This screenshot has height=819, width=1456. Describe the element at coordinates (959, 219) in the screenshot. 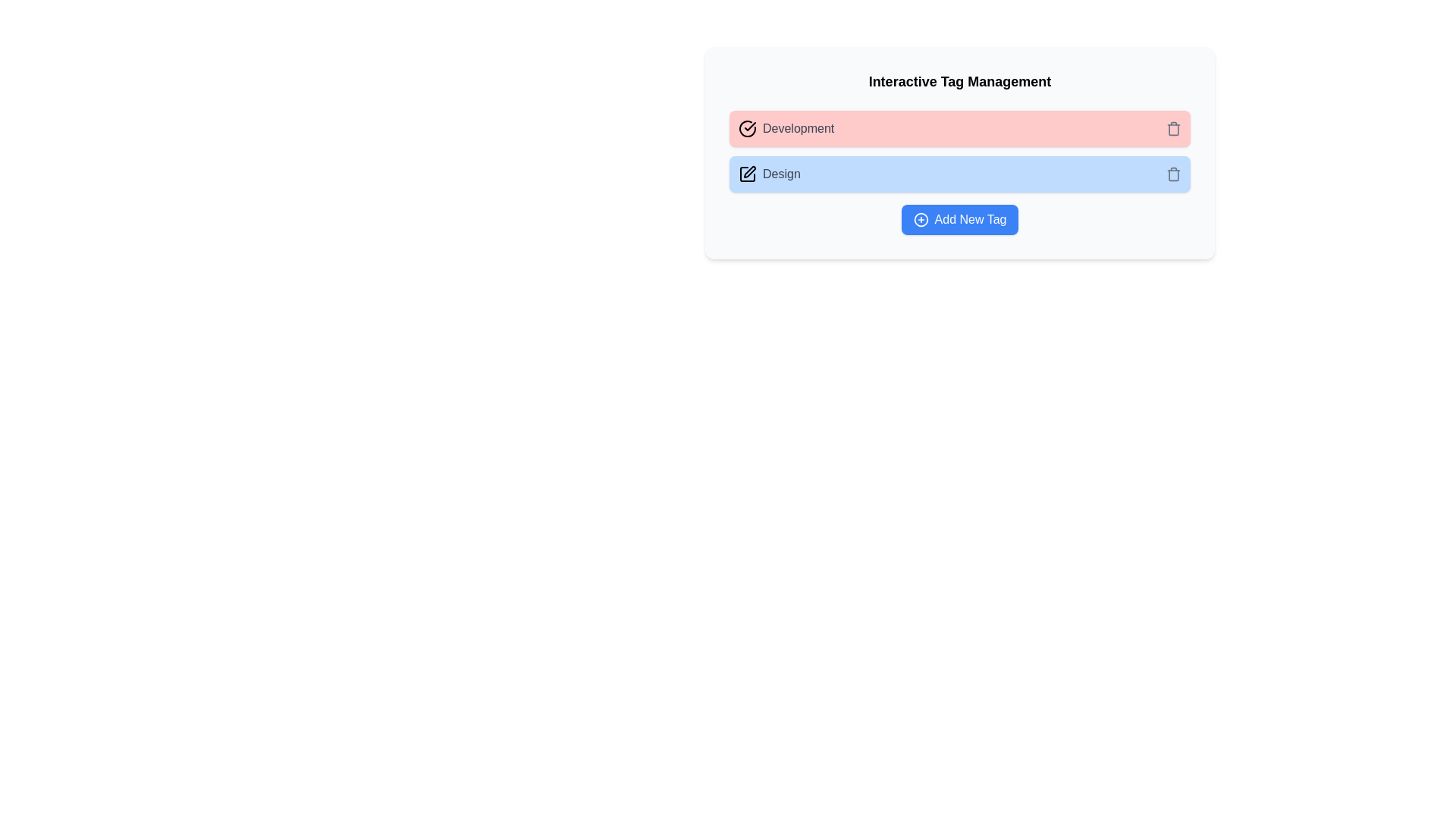

I see `the 'Add New Tag' button, which is a blue button with white text and an icon, positioned at the bottom of the content box, to trigger tooltip or styling effects` at that location.